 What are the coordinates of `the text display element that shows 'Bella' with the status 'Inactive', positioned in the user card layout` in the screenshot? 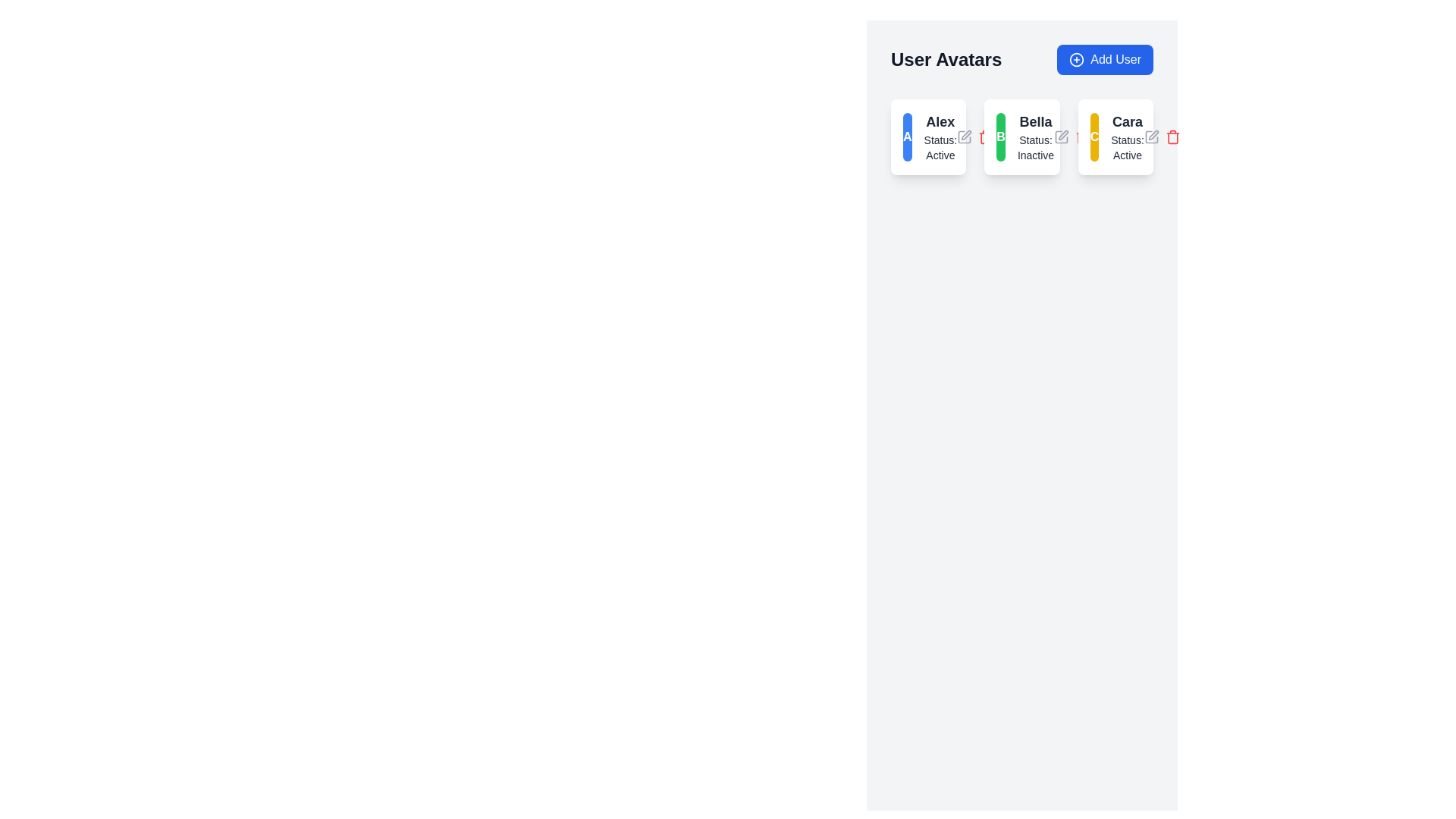 It's located at (1035, 137).